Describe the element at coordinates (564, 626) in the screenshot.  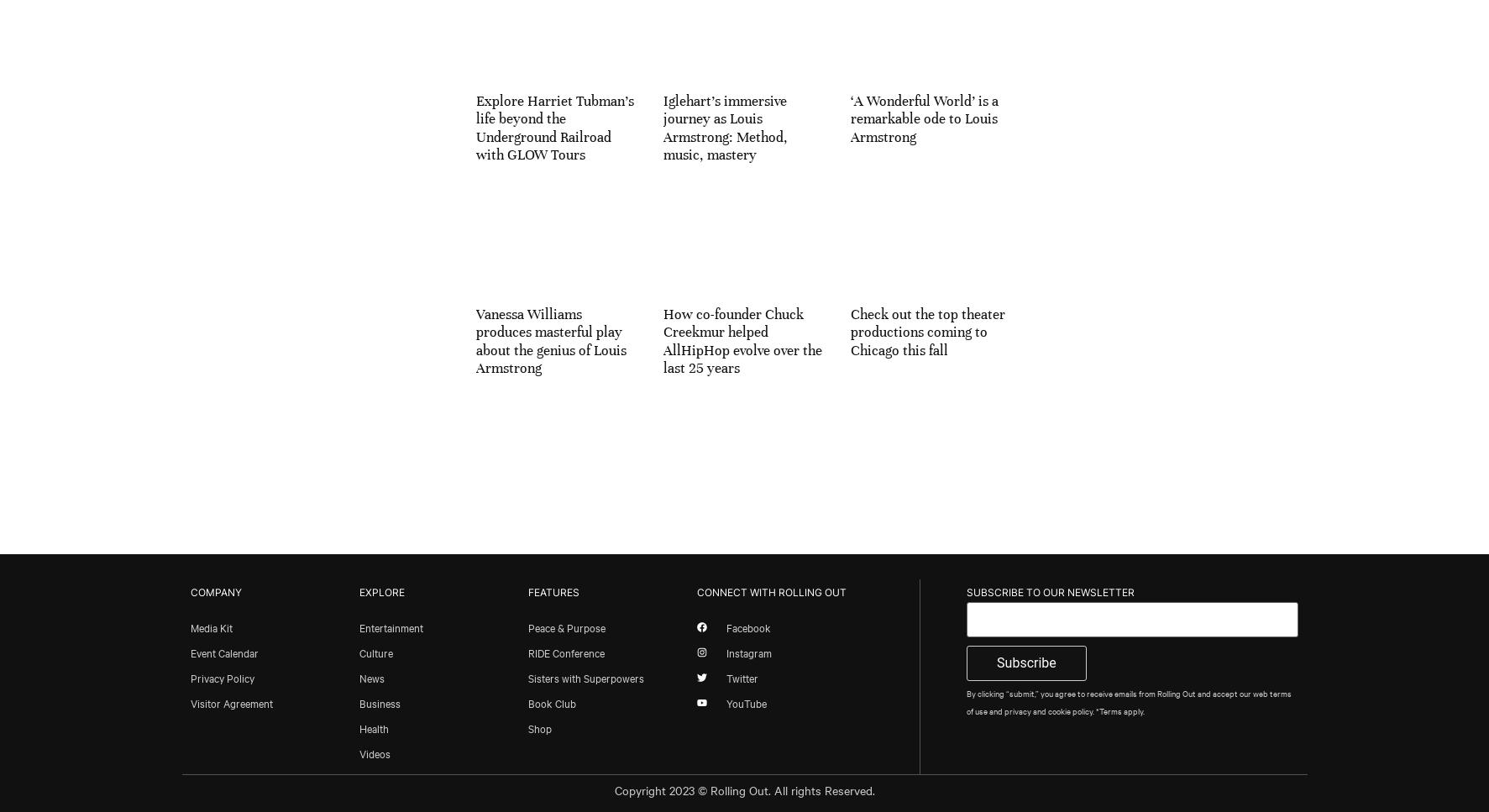
I see `'Peace & Purpose'` at that location.